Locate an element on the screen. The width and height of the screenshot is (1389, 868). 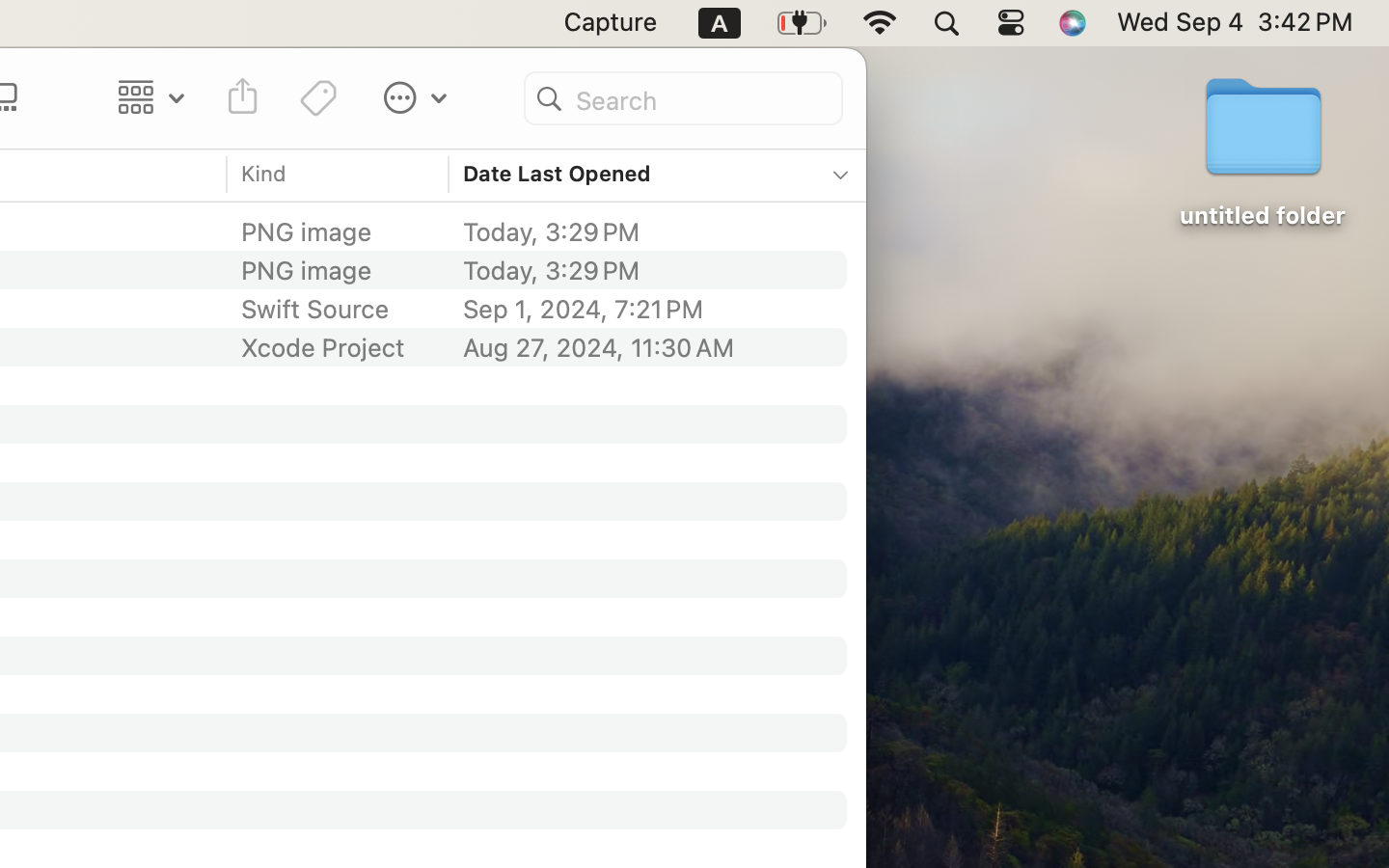
'Today, 3:29 PM' is located at coordinates (642, 268).